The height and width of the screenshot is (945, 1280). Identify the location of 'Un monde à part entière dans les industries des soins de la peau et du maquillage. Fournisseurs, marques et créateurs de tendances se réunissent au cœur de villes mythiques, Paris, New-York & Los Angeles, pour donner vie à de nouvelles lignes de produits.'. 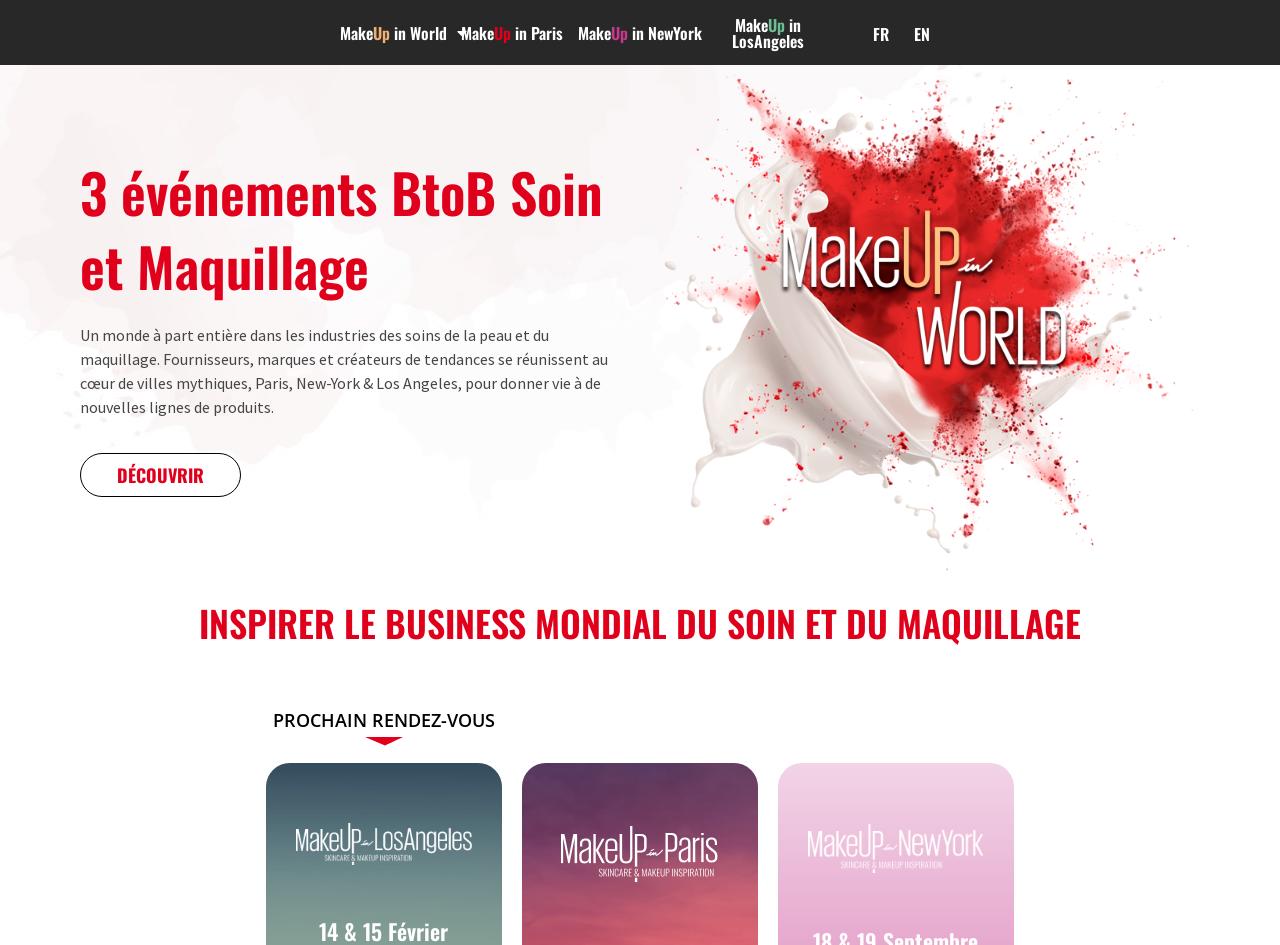
(343, 370).